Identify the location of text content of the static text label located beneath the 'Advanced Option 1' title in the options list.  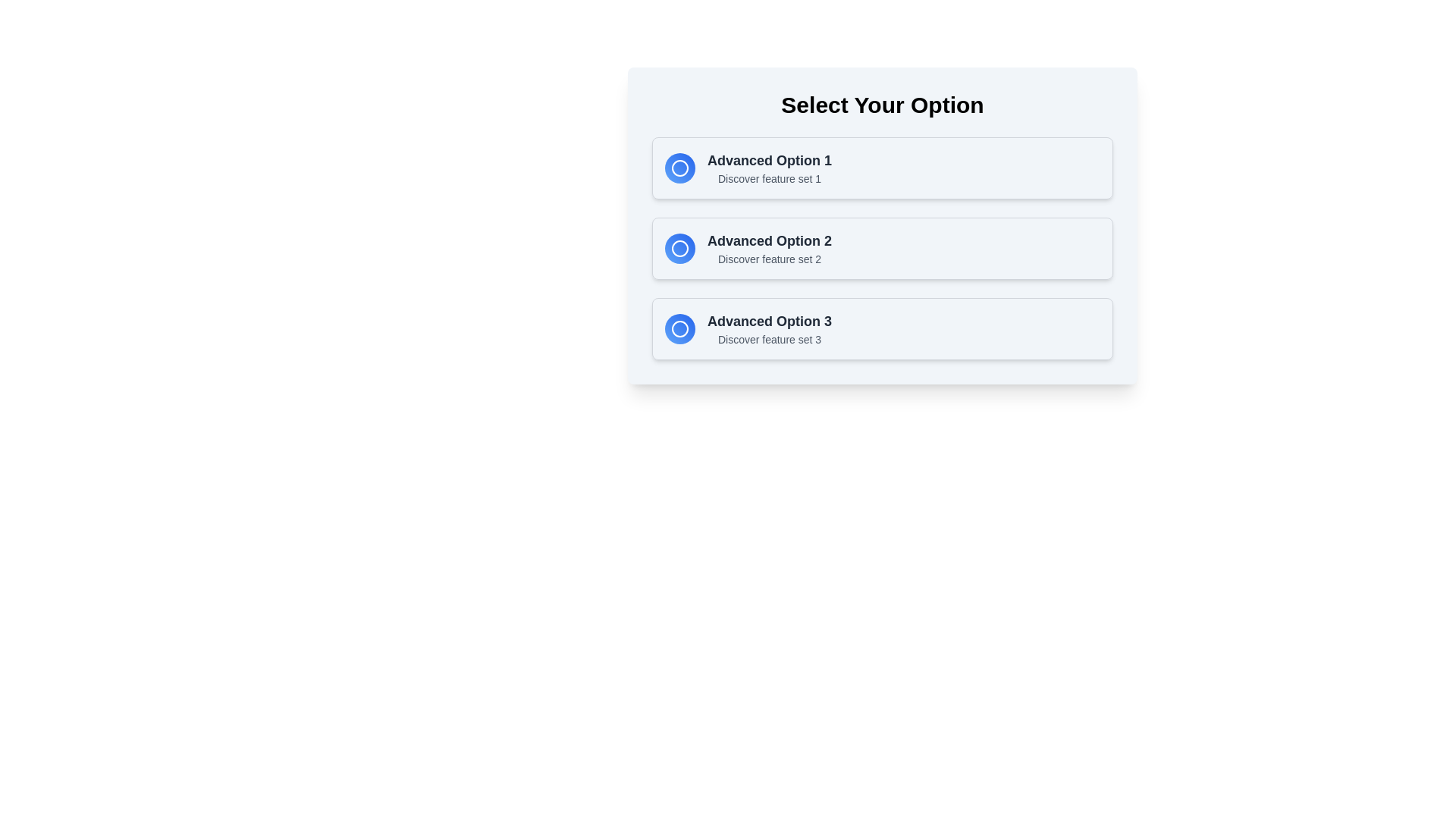
(770, 177).